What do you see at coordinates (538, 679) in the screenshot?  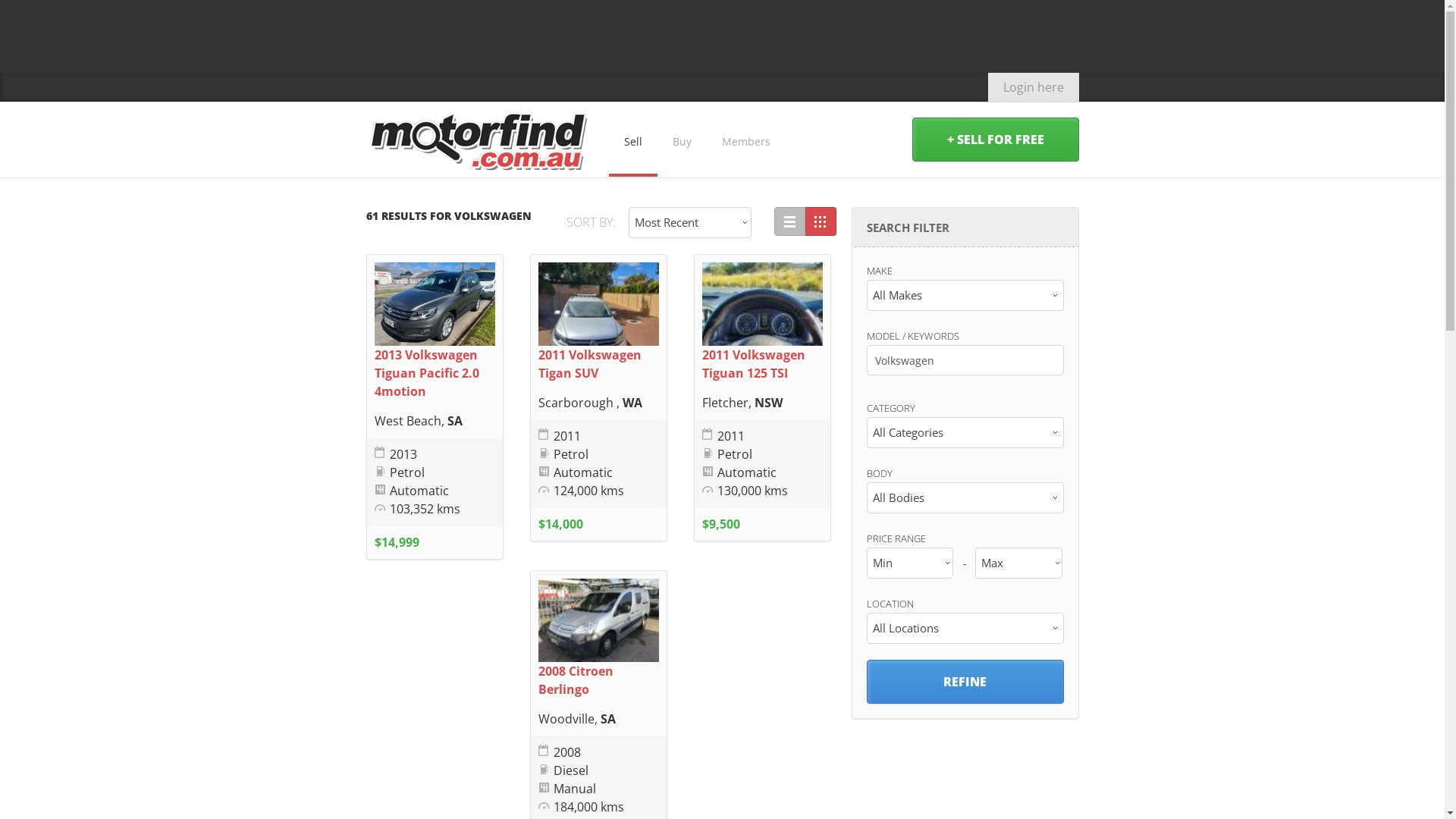 I see `'2008 Citroen Berlingo'` at bounding box center [538, 679].